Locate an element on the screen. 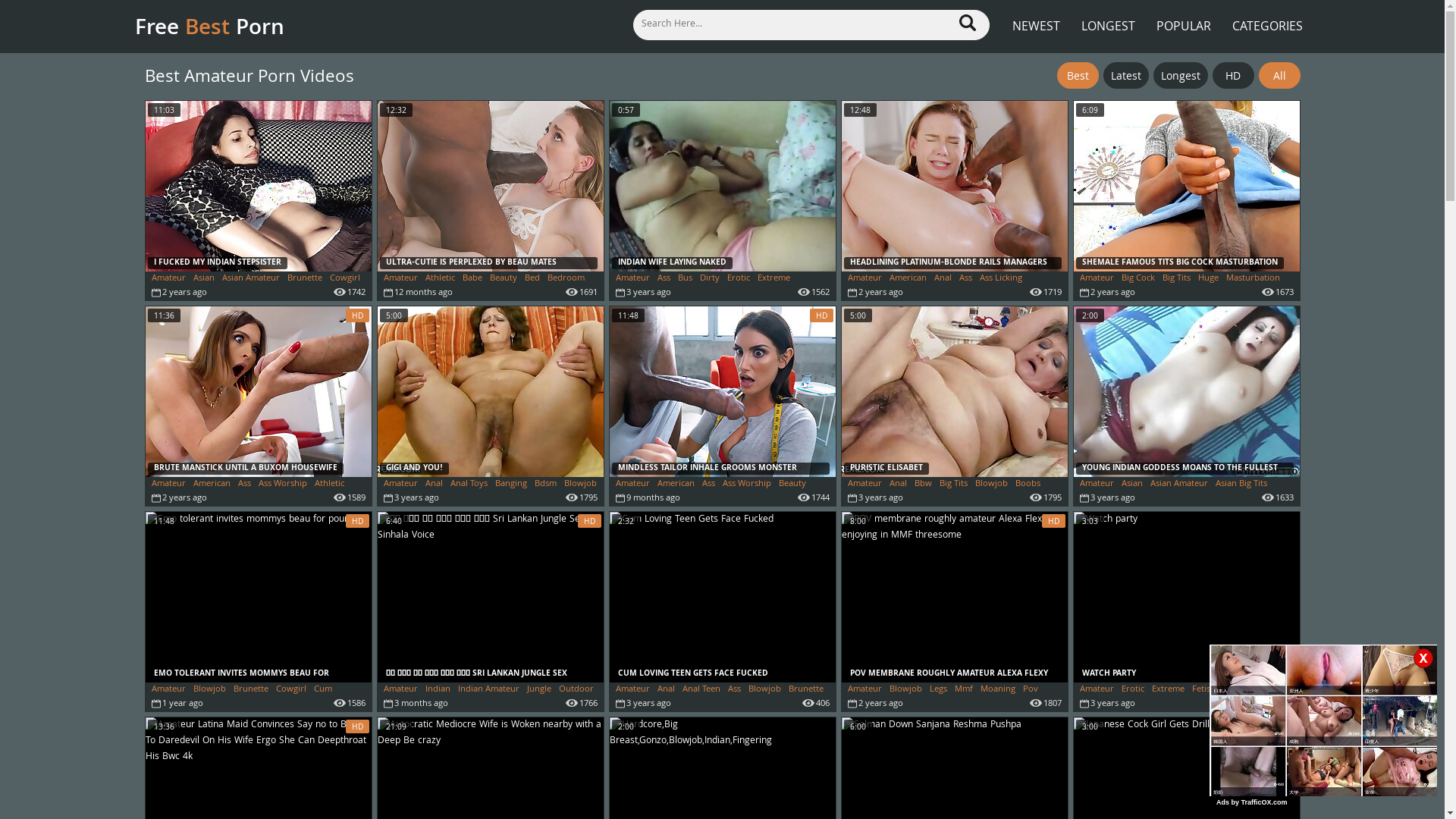  'Amateur' is located at coordinates (1079, 278).